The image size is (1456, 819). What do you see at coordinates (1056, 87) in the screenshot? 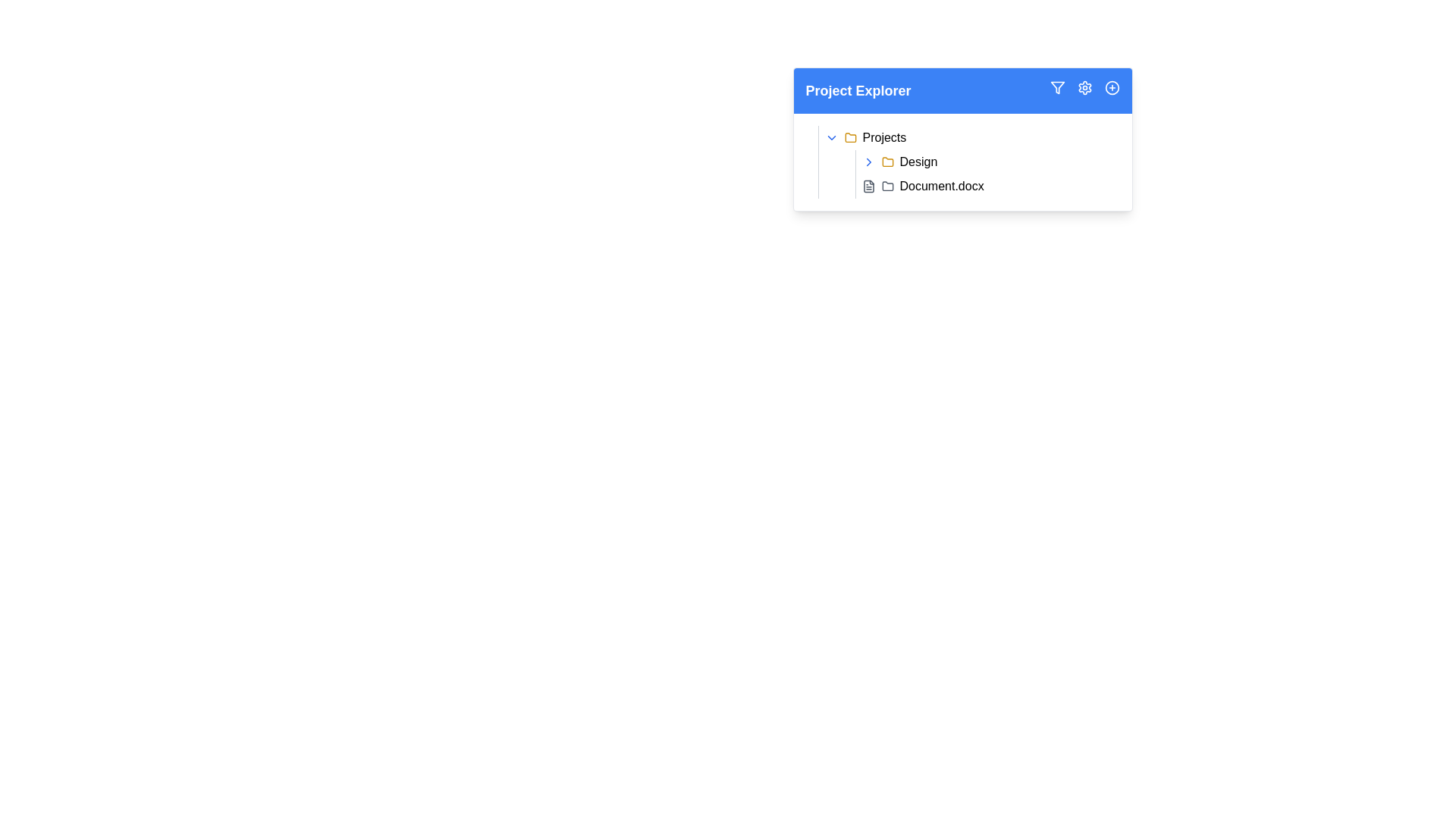
I see `the filter icon located at the top-right corner of the 'Project Explorer' panel` at bounding box center [1056, 87].